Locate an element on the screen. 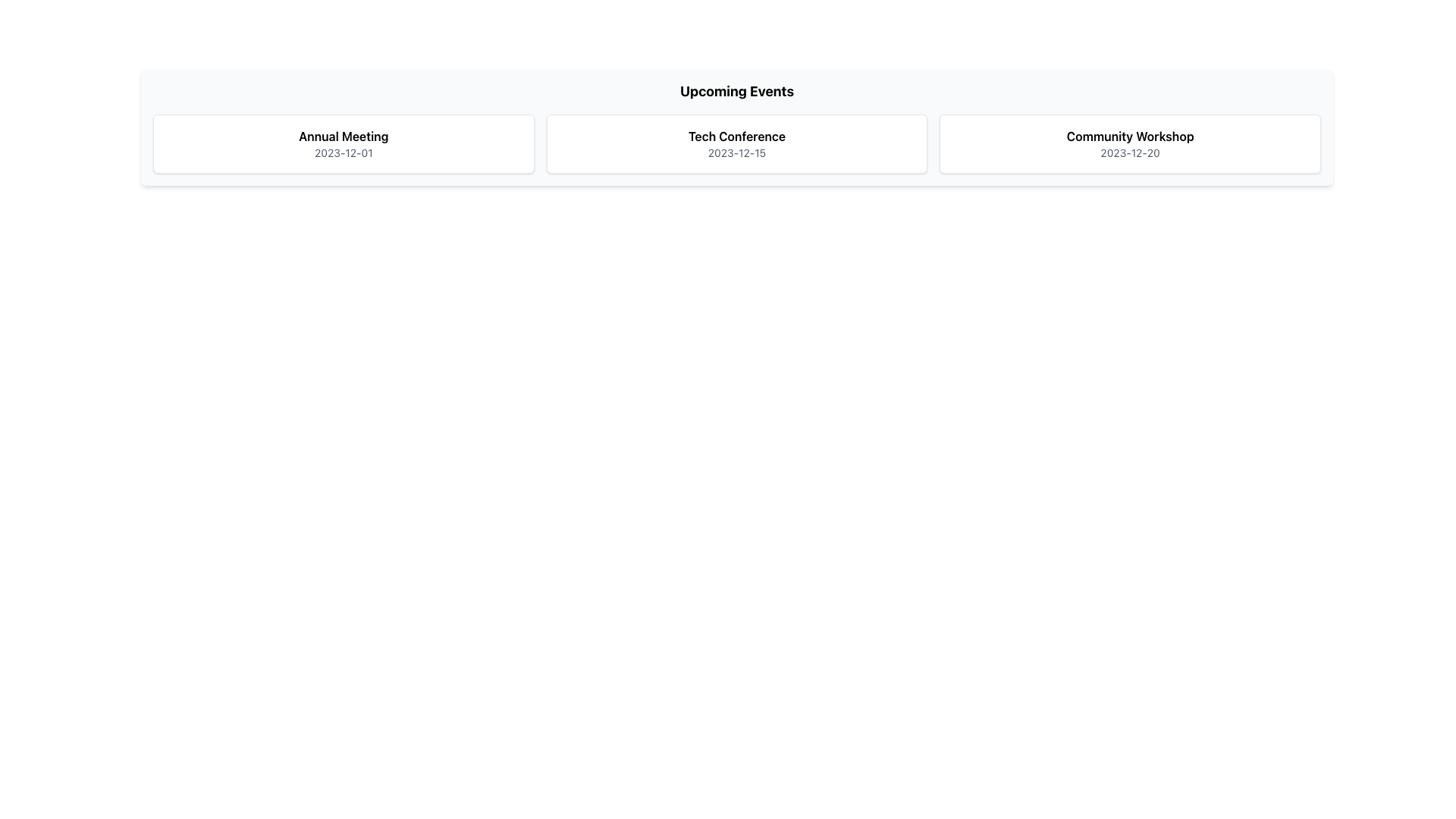  date displayed in the Text label showing '2023-12-20', which is styled in small gray font and positioned under 'Community Workshop' is located at coordinates (1130, 152).